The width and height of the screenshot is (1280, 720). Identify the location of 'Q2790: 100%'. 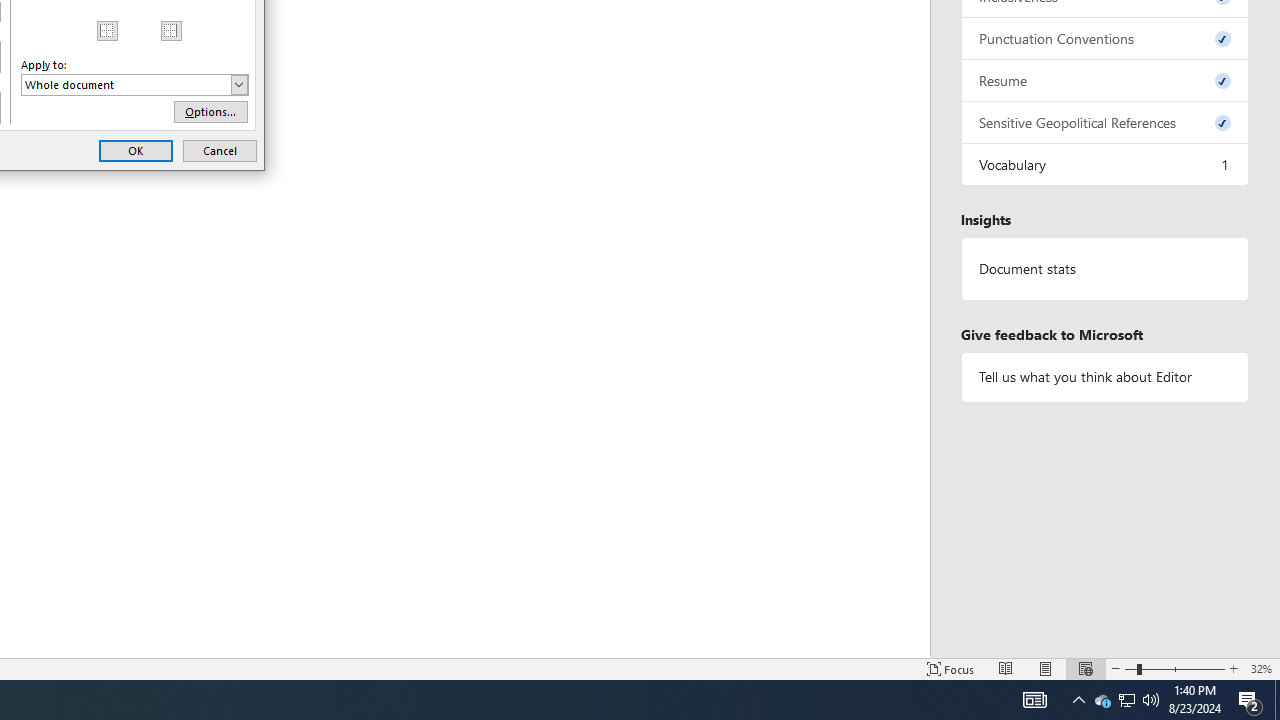
(1151, 698).